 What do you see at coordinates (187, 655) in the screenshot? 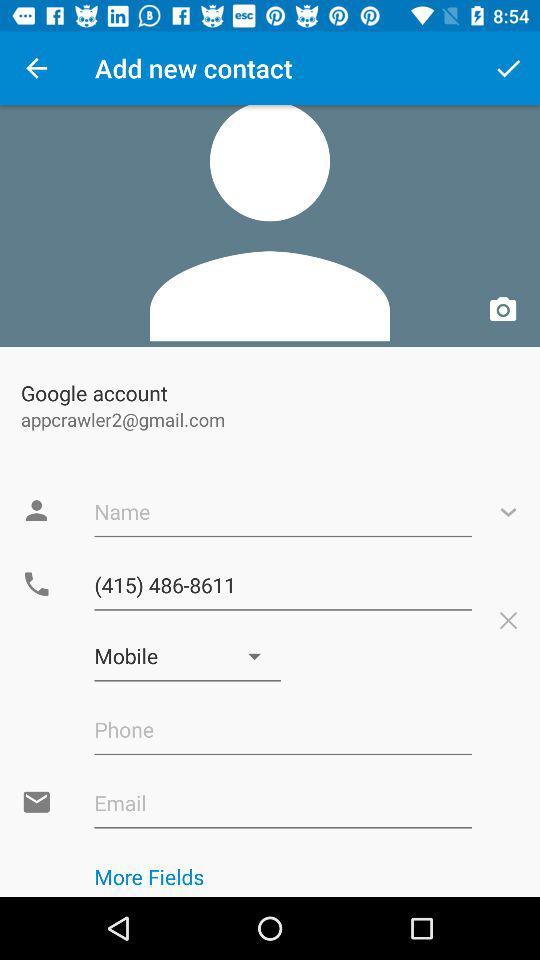
I see `the text mobile` at bounding box center [187, 655].